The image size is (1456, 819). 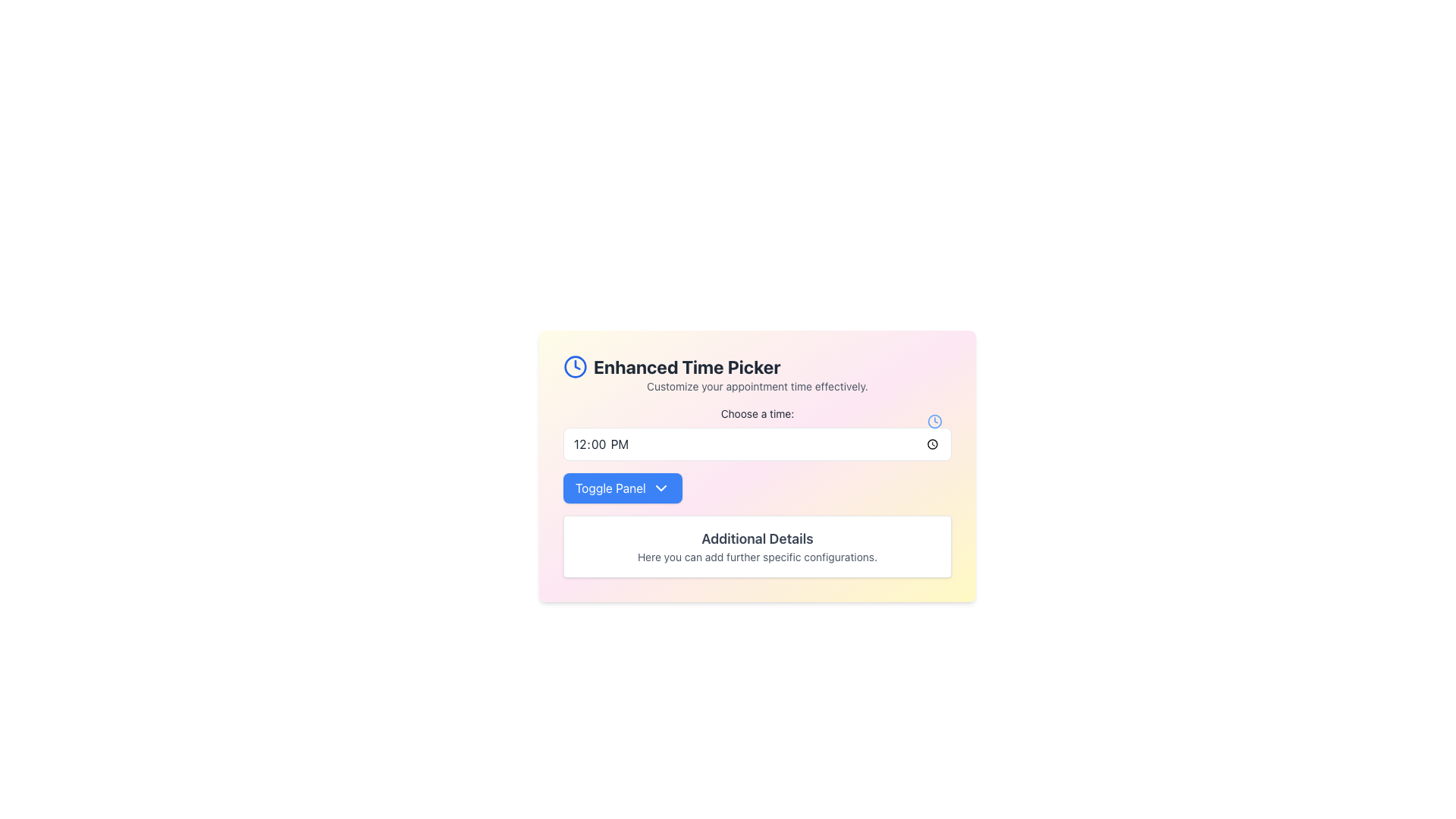 I want to click on text content of the 'Enhanced Time Picker' section, which includes a bold title and a descriptive text below it, so click(x=757, y=374).